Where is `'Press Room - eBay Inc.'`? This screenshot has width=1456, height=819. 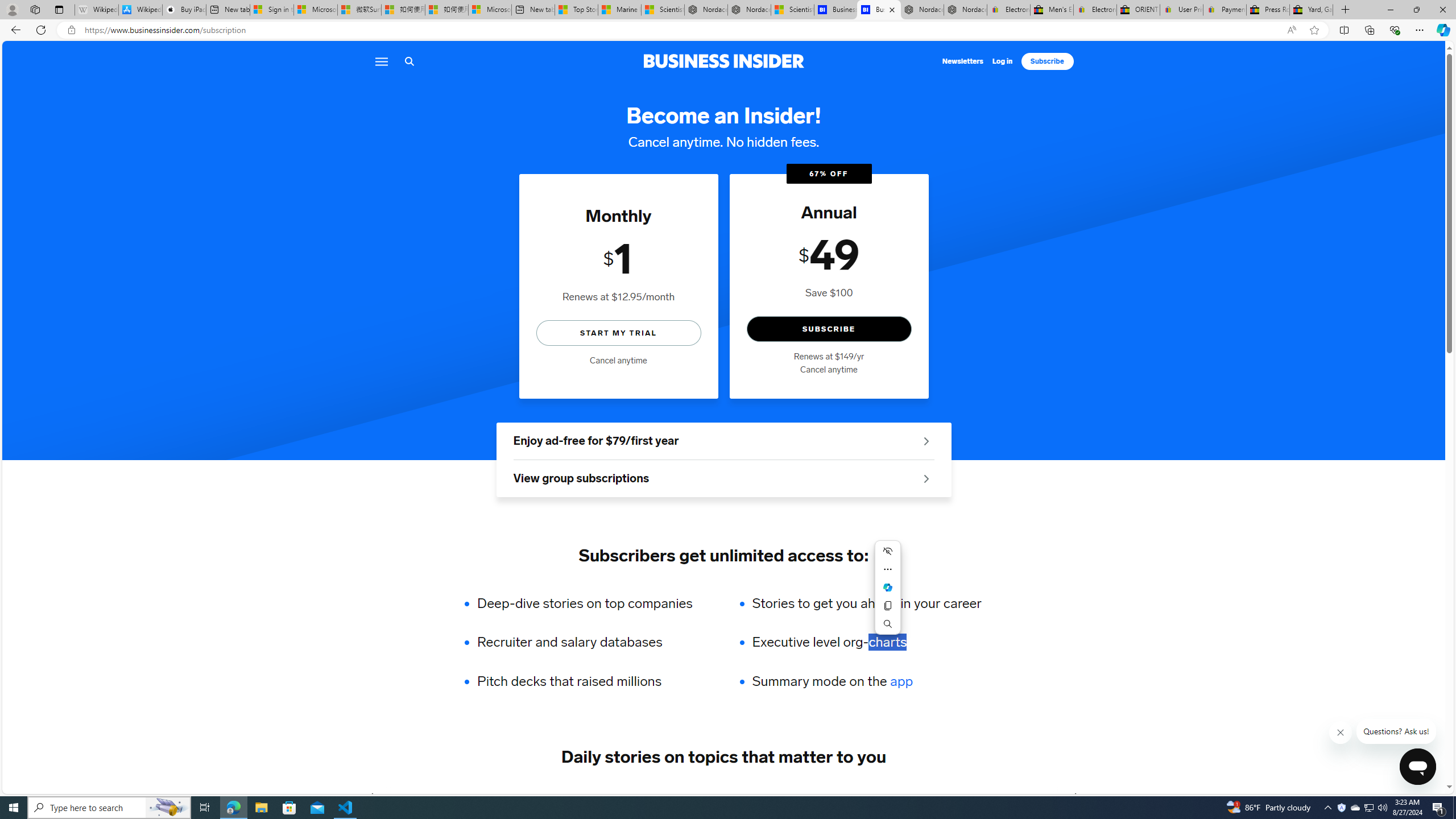
'Press Room - eBay Inc.' is located at coordinates (1268, 9).